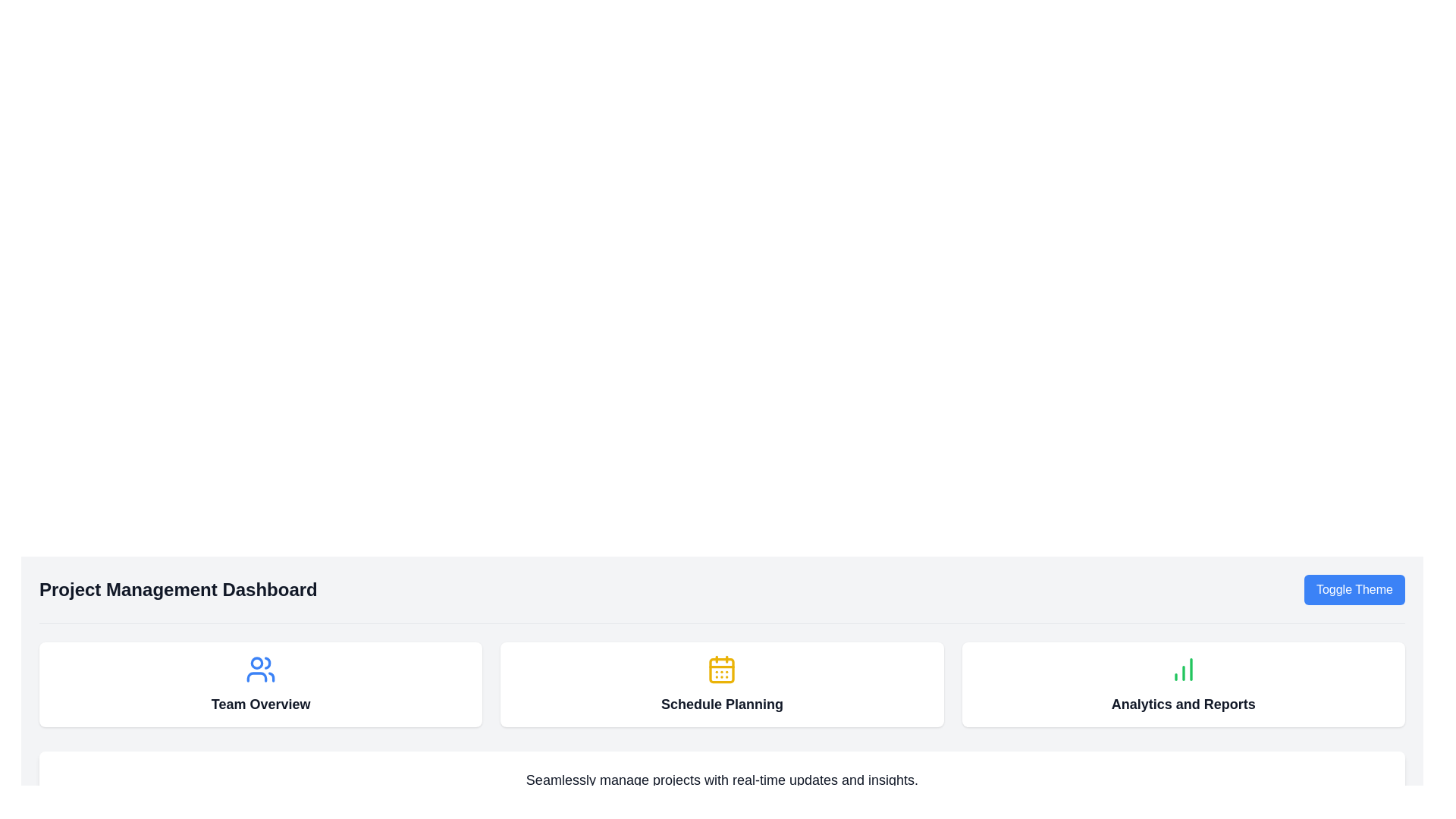  What do you see at coordinates (1182, 669) in the screenshot?
I see `the green bar chart icon located` at bounding box center [1182, 669].